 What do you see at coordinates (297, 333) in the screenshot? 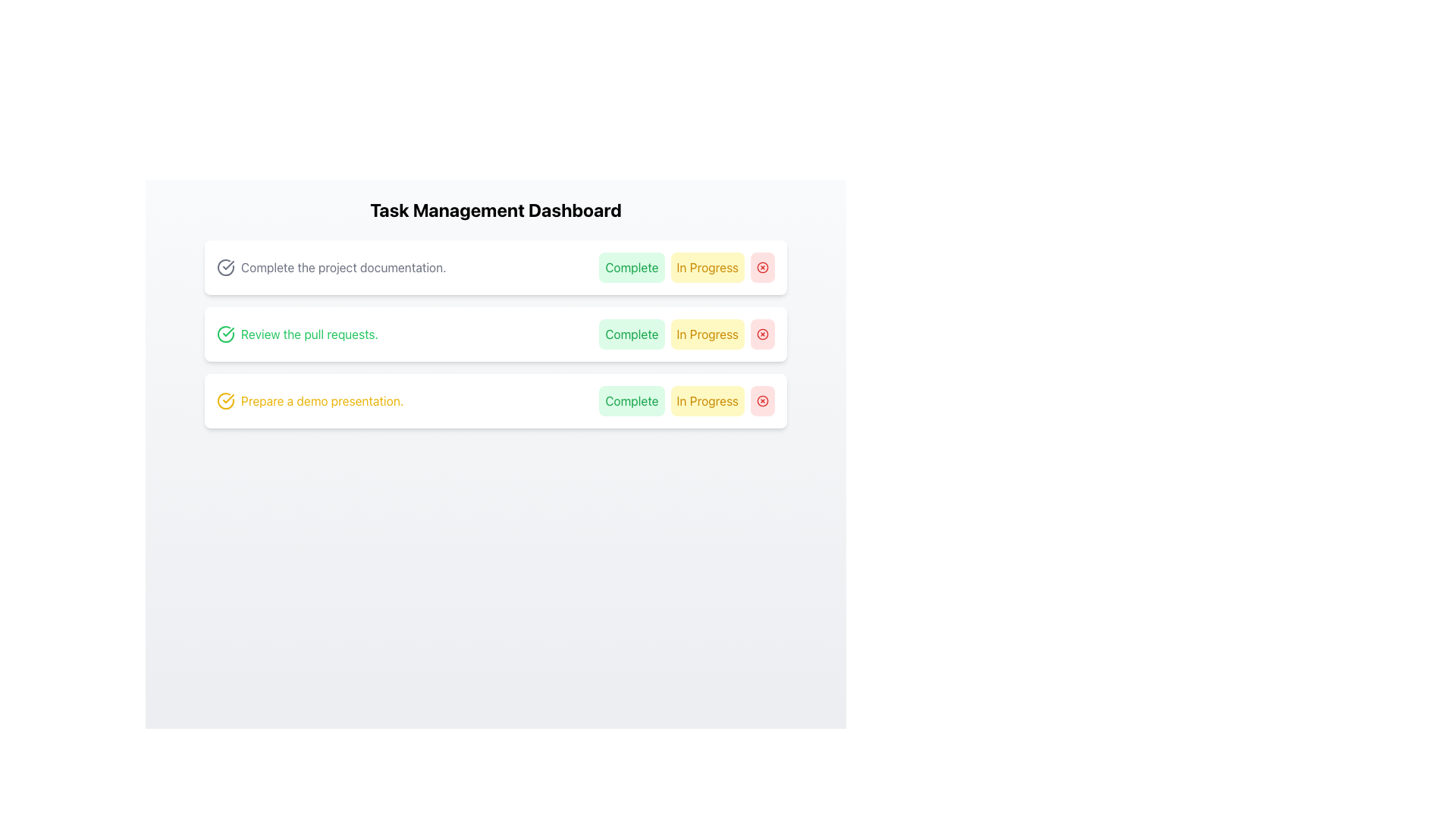
I see `the static text with a checkmark icon that indicates the task 'Review the pull requests', which is the second item in a list of three tasks` at bounding box center [297, 333].